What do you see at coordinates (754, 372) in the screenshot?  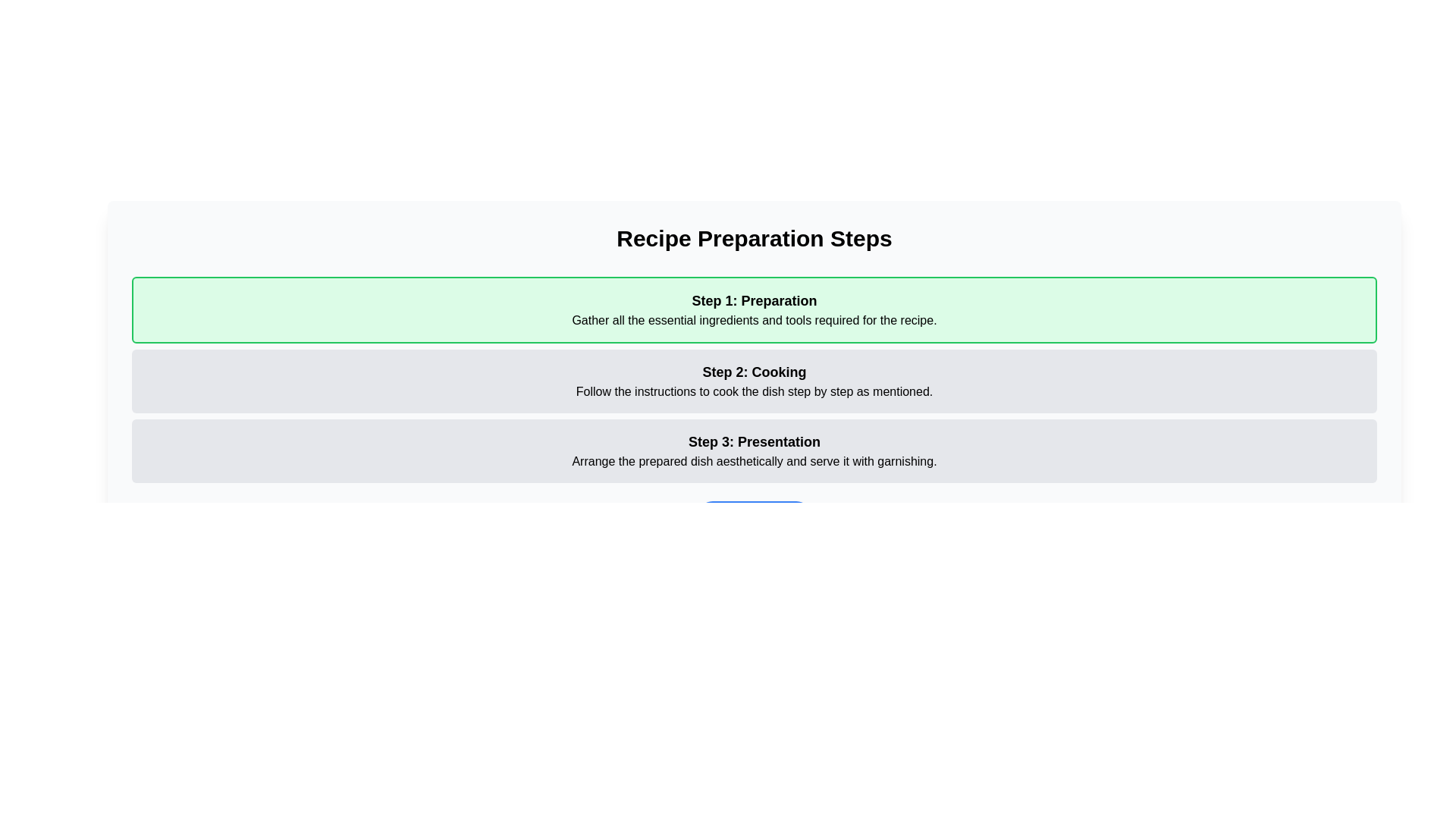 I see `the 'Cooking' phase heading located in the light gray section labeled 'Step 2', which is positioned above the subtitle for cooking instructions` at bounding box center [754, 372].